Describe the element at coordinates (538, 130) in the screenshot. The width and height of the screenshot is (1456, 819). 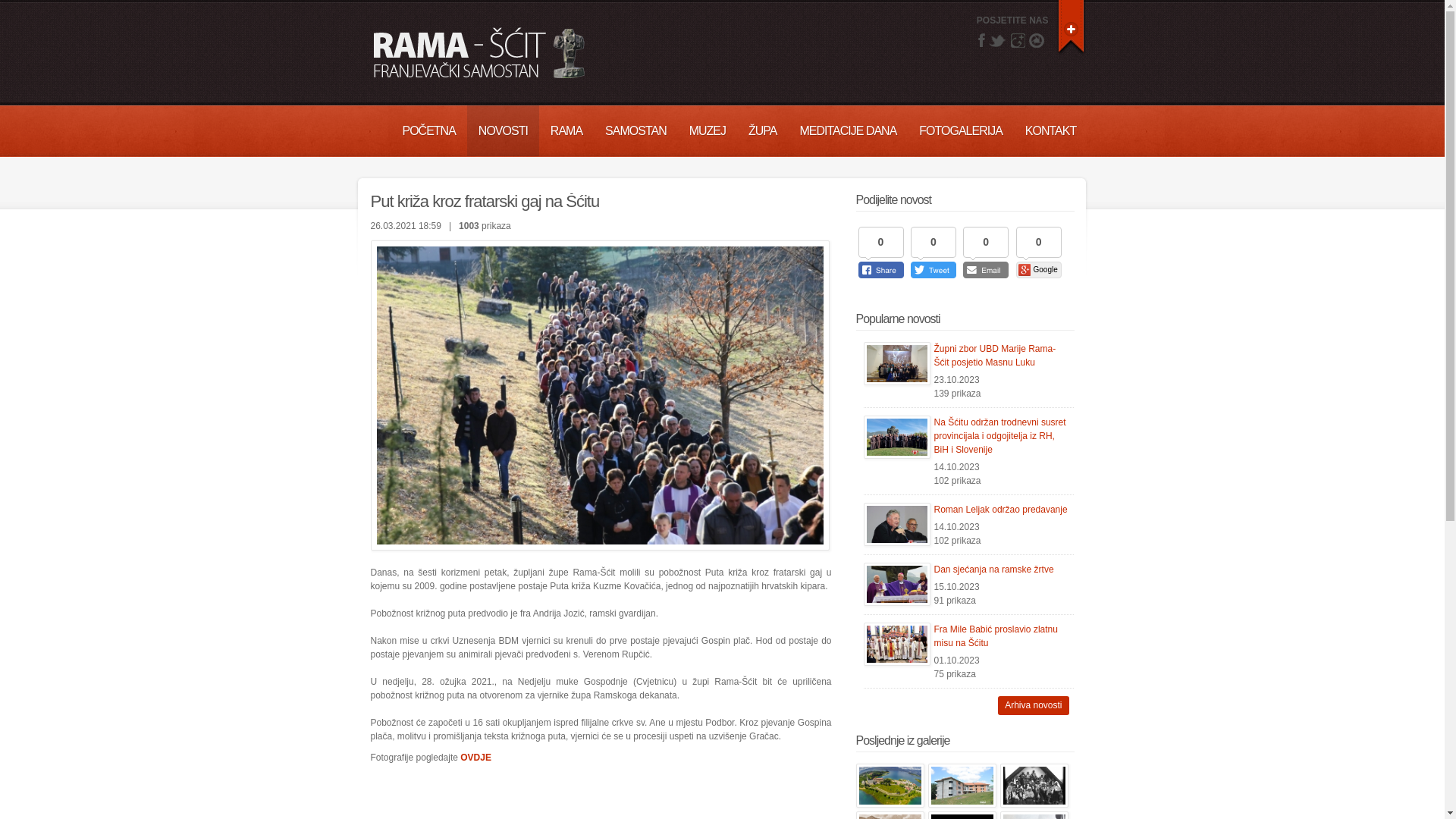
I see `'RAMA'` at that location.